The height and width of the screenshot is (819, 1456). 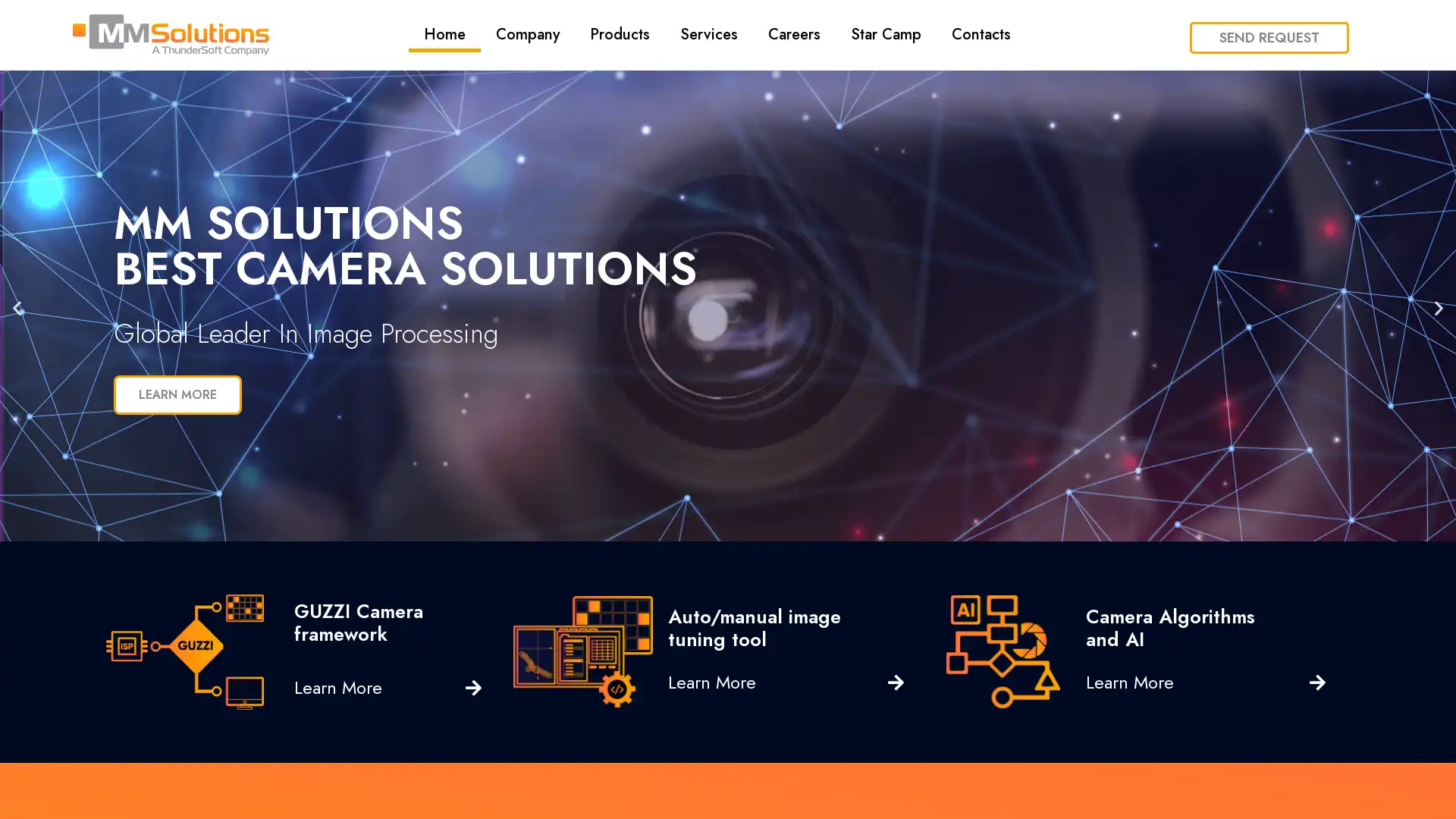 What do you see at coordinates (1438, 307) in the screenshot?
I see `Next slide` at bounding box center [1438, 307].